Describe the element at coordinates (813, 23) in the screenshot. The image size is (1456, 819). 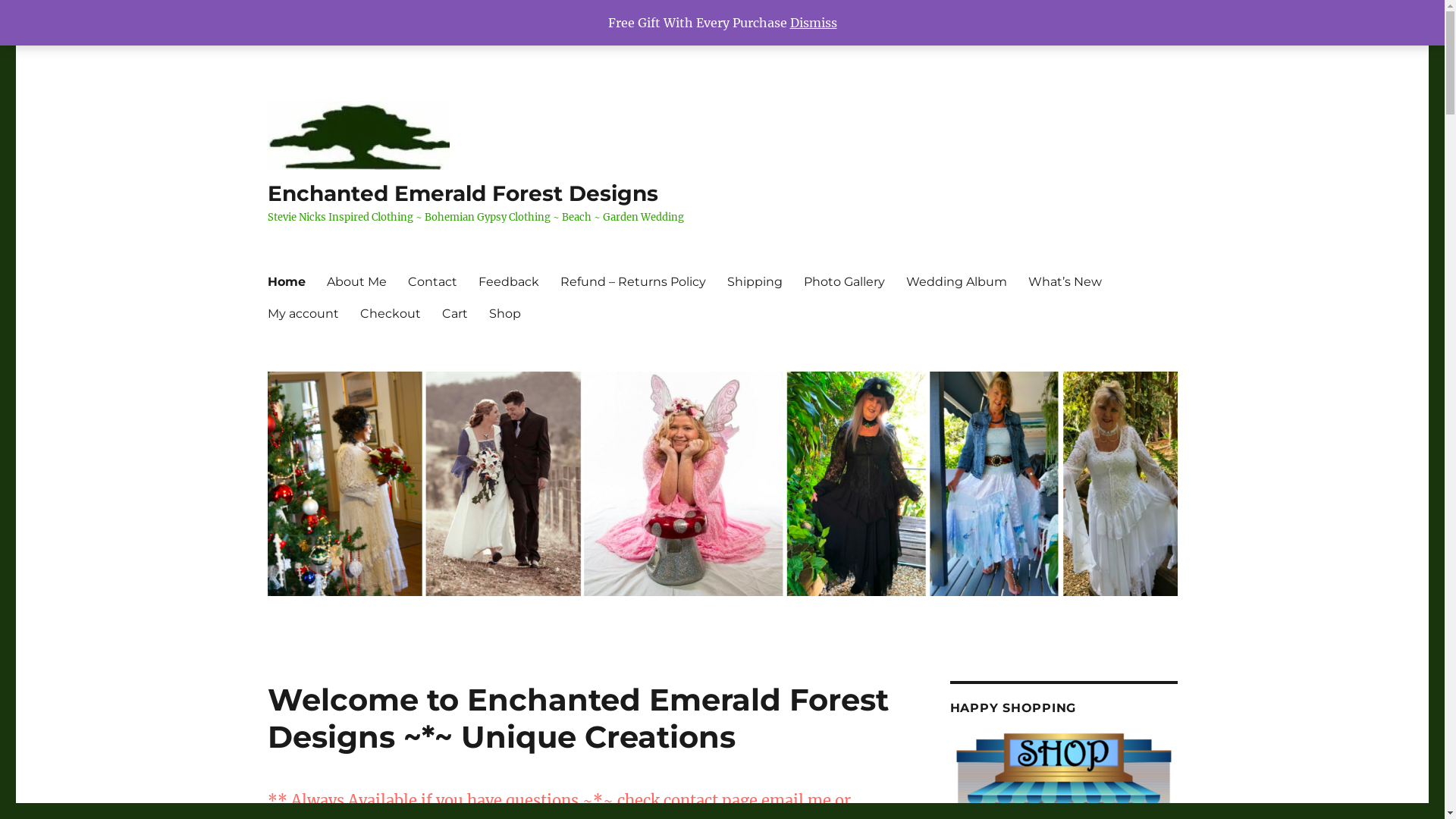
I see `'Dismiss'` at that location.